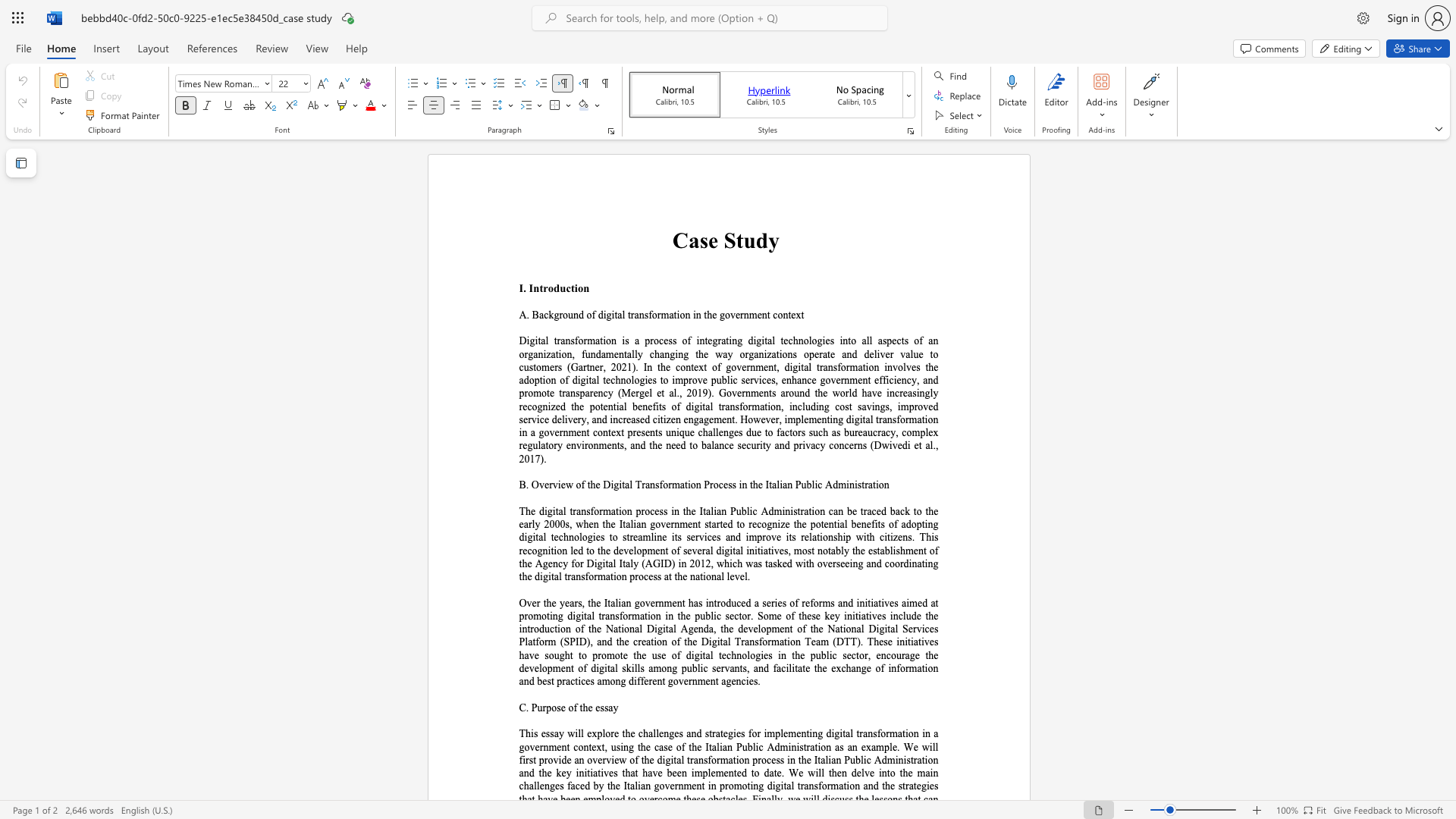 The width and height of the screenshot is (1456, 819). Describe the element at coordinates (531, 288) in the screenshot. I see `the 2th character "I" in the text` at that location.